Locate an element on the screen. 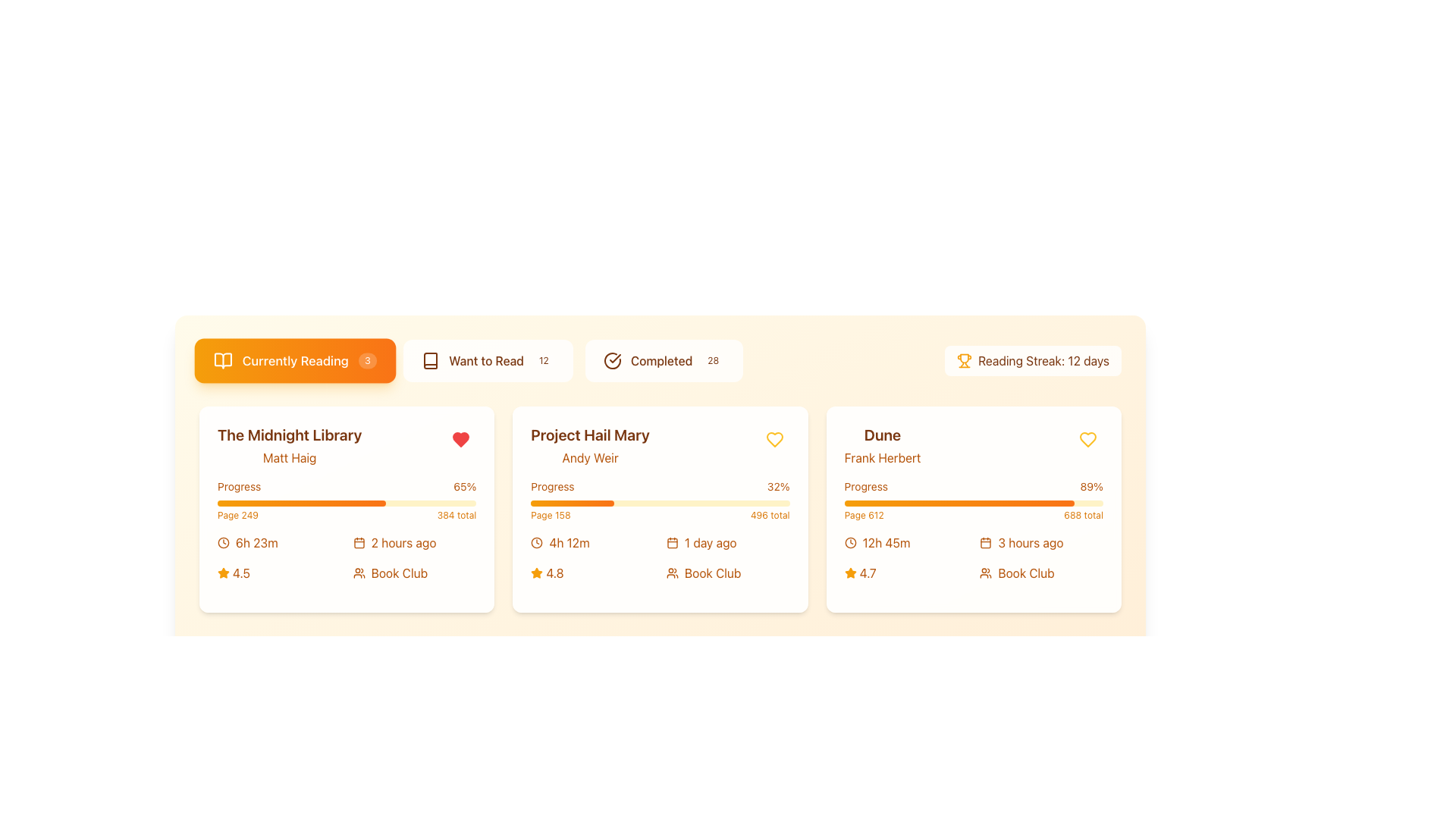 This screenshot has height=819, width=1456. text displayed in the amber colored label that says '2 hours ago', located beside the calendar icon at the bottom of the card for 'The Midnight Library' is located at coordinates (403, 542).